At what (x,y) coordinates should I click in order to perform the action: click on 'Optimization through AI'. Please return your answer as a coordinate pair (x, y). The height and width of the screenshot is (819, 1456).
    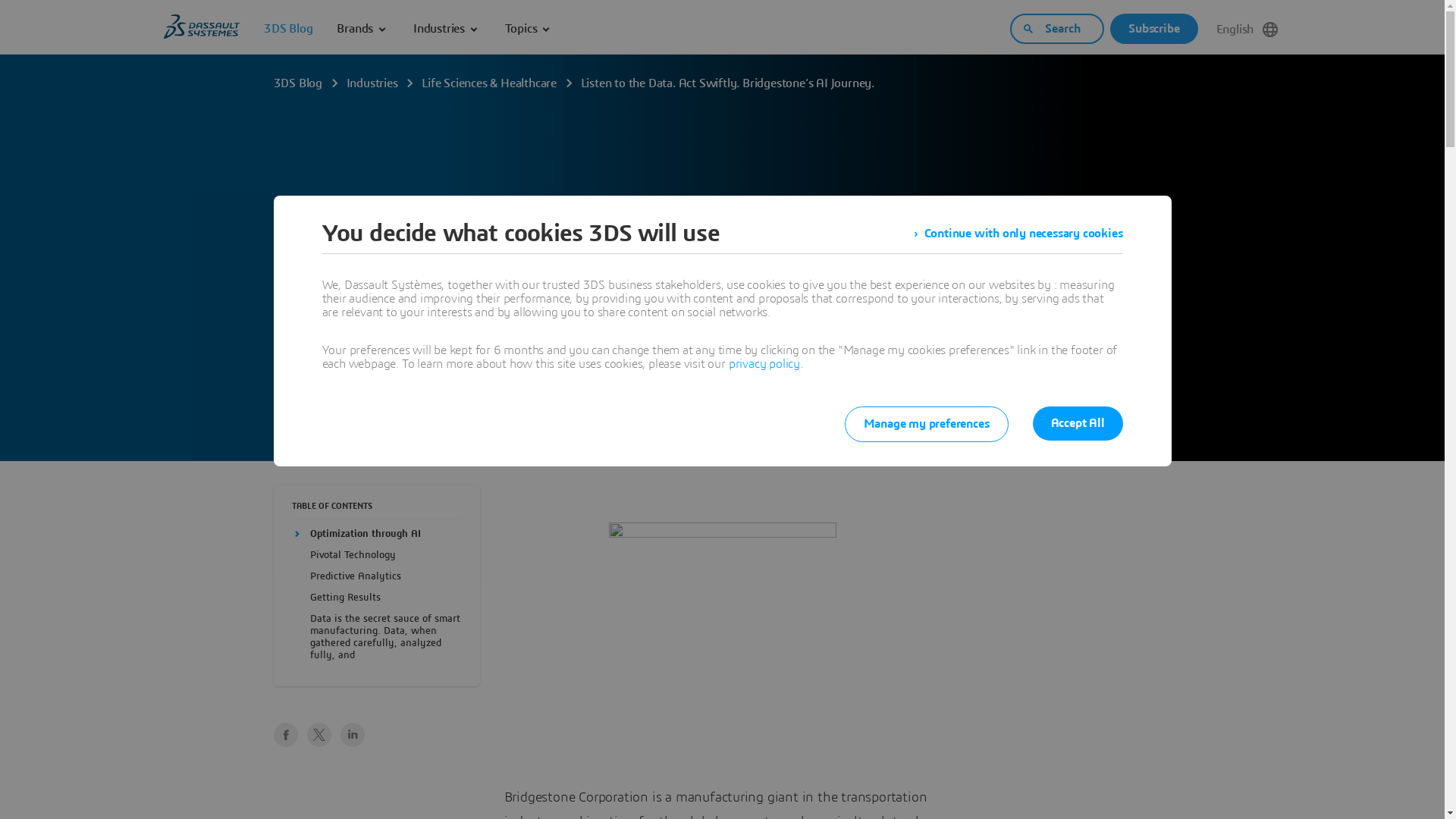
    Looking at the image, I should click on (364, 533).